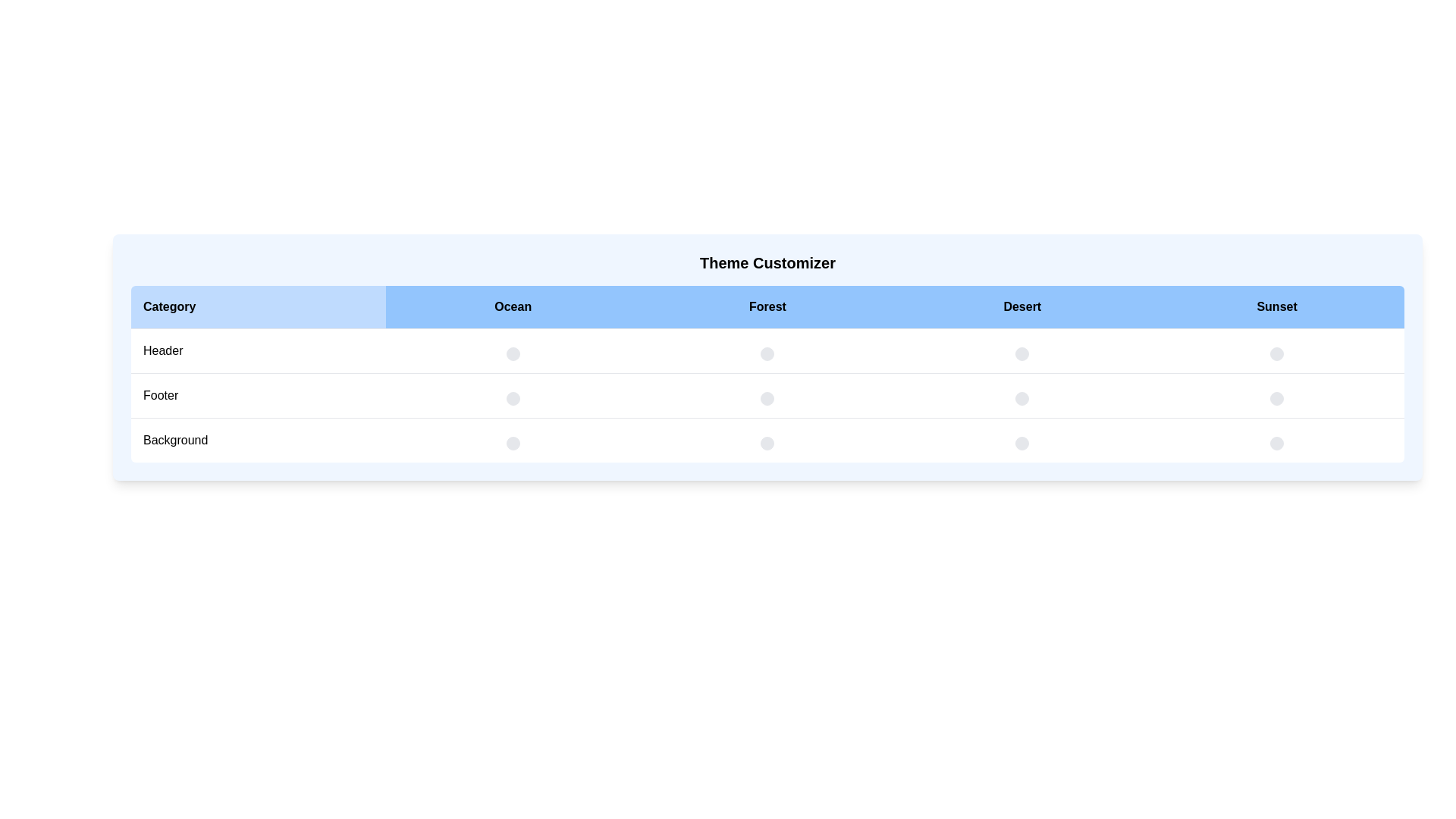  What do you see at coordinates (767, 394) in the screenshot?
I see `the small circular interactive button with a light gray background located in the second row ('Footer') and second column ('Forest') of the grid layout` at bounding box center [767, 394].